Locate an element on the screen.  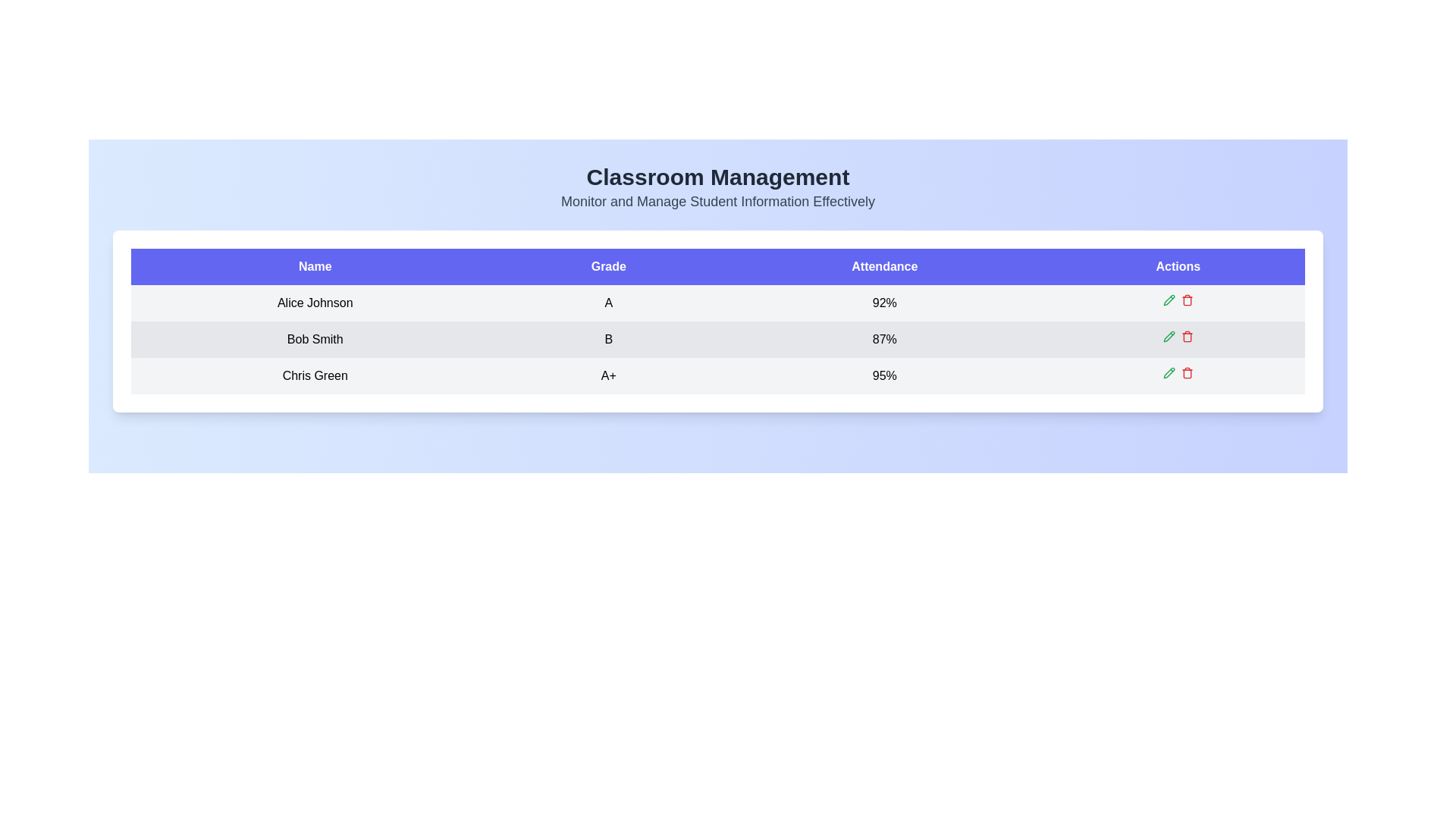
the cell in the table row displaying information about Chris Green is located at coordinates (717, 375).